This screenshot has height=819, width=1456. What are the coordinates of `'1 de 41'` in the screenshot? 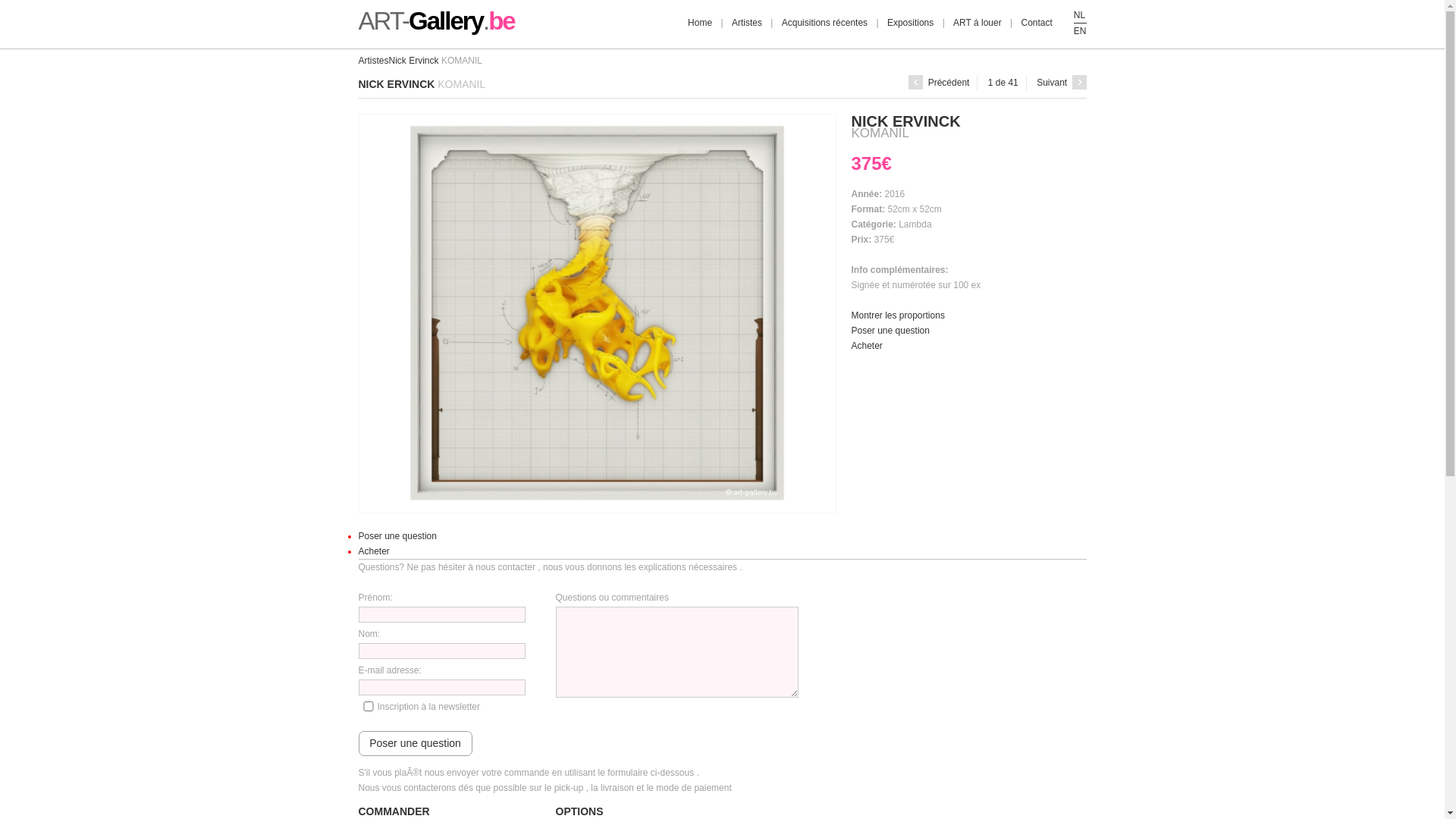 It's located at (1003, 82).